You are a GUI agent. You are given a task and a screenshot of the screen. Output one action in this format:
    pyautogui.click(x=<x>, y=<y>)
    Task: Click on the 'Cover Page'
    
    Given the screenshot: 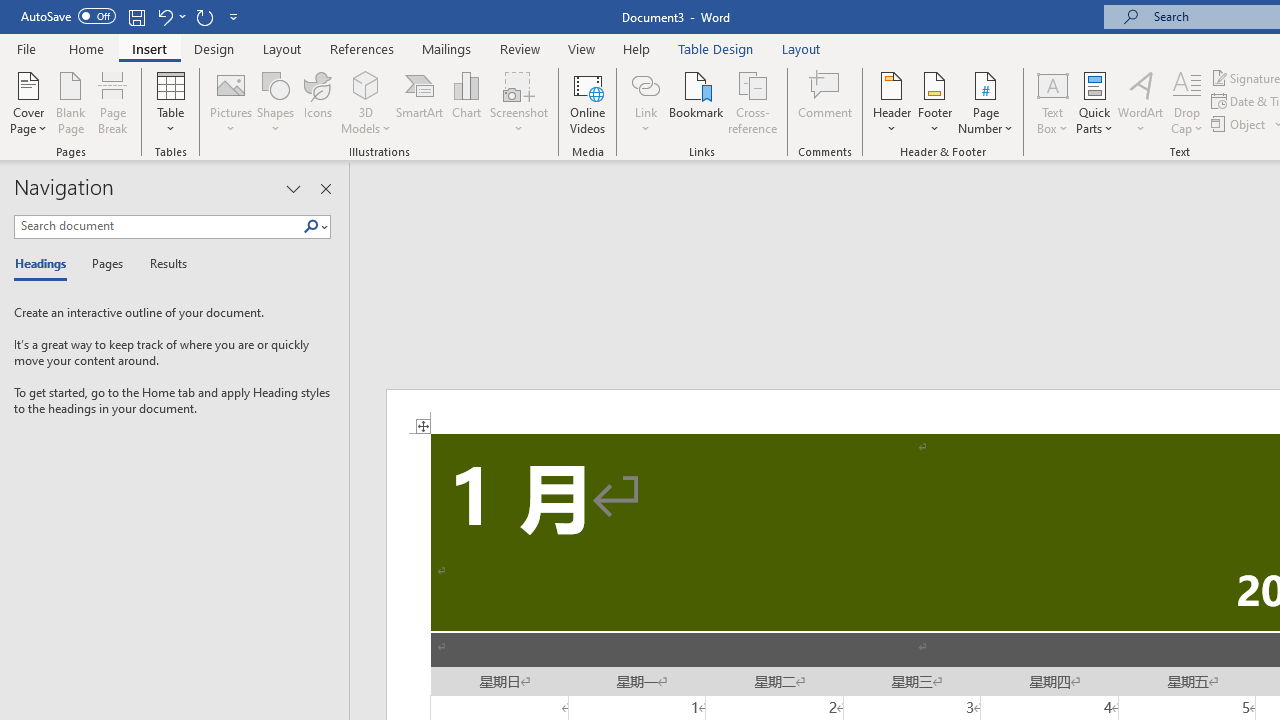 What is the action you would take?
    pyautogui.click(x=28, y=103)
    